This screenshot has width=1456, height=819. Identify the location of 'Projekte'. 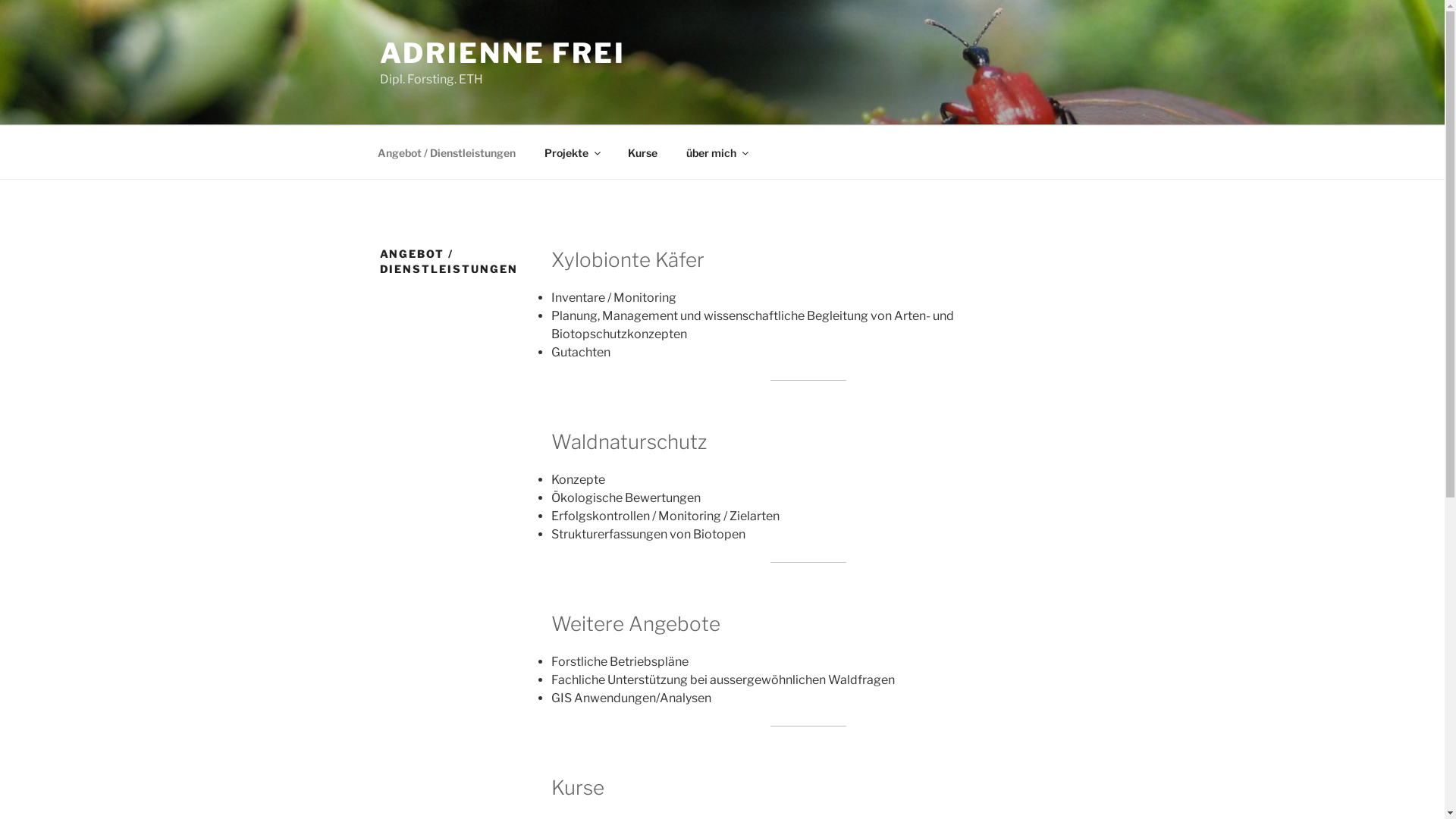
(570, 152).